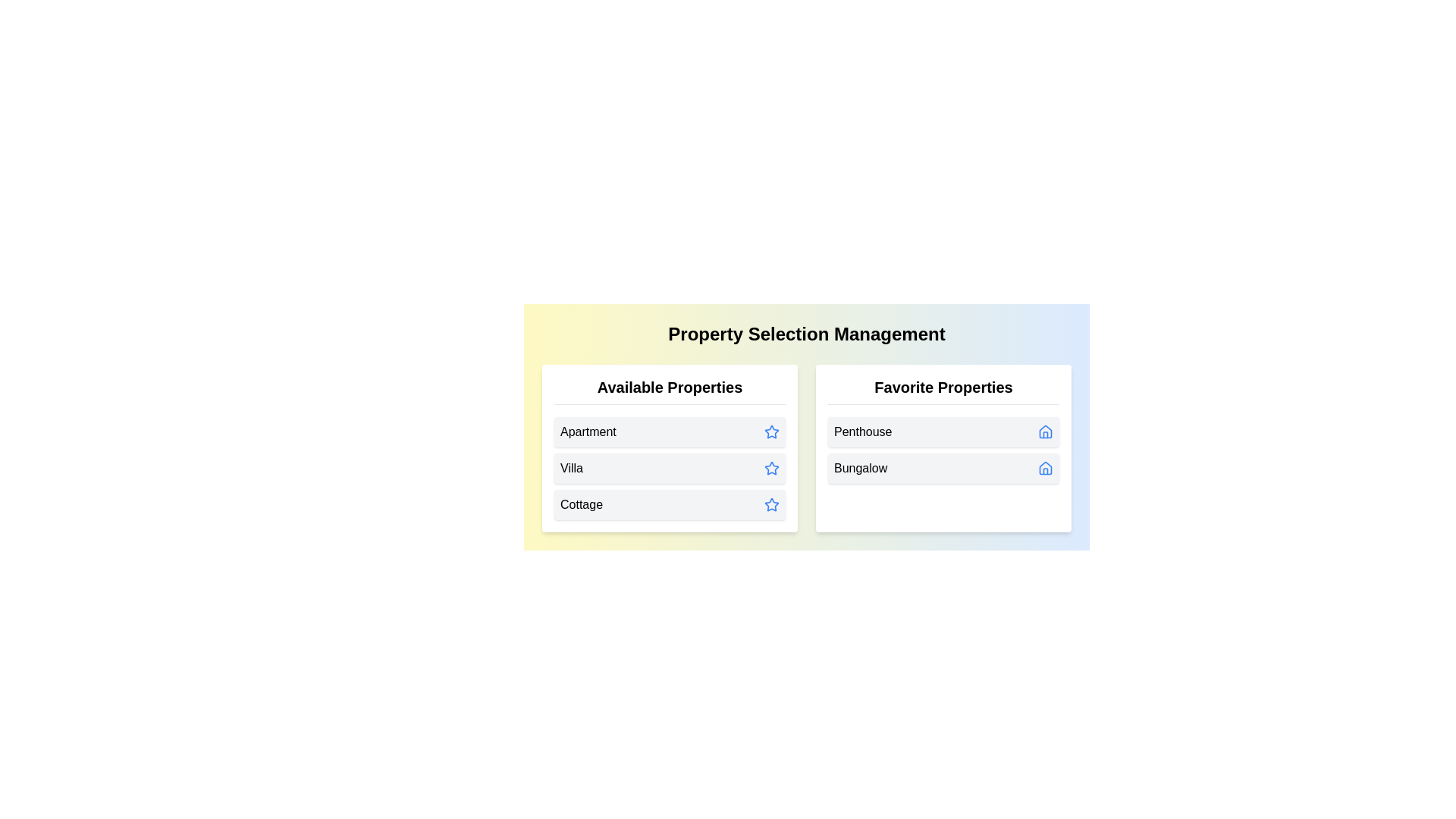 This screenshot has width=1456, height=819. What do you see at coordinates (1044, 432) in the screenshot?
I see `the home icon next to the property Penthouse in the 'Favorite Properties' list to transfer it to 'Available Properties'` at bounding box center [1044, 432].